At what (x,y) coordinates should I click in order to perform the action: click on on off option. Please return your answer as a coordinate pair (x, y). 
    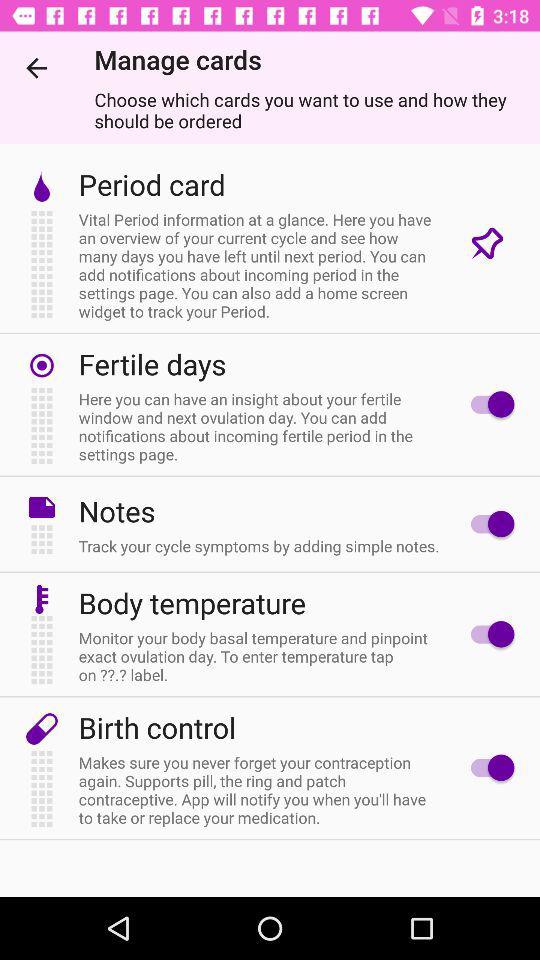
    Looking at the image, I should click on (486, 633).